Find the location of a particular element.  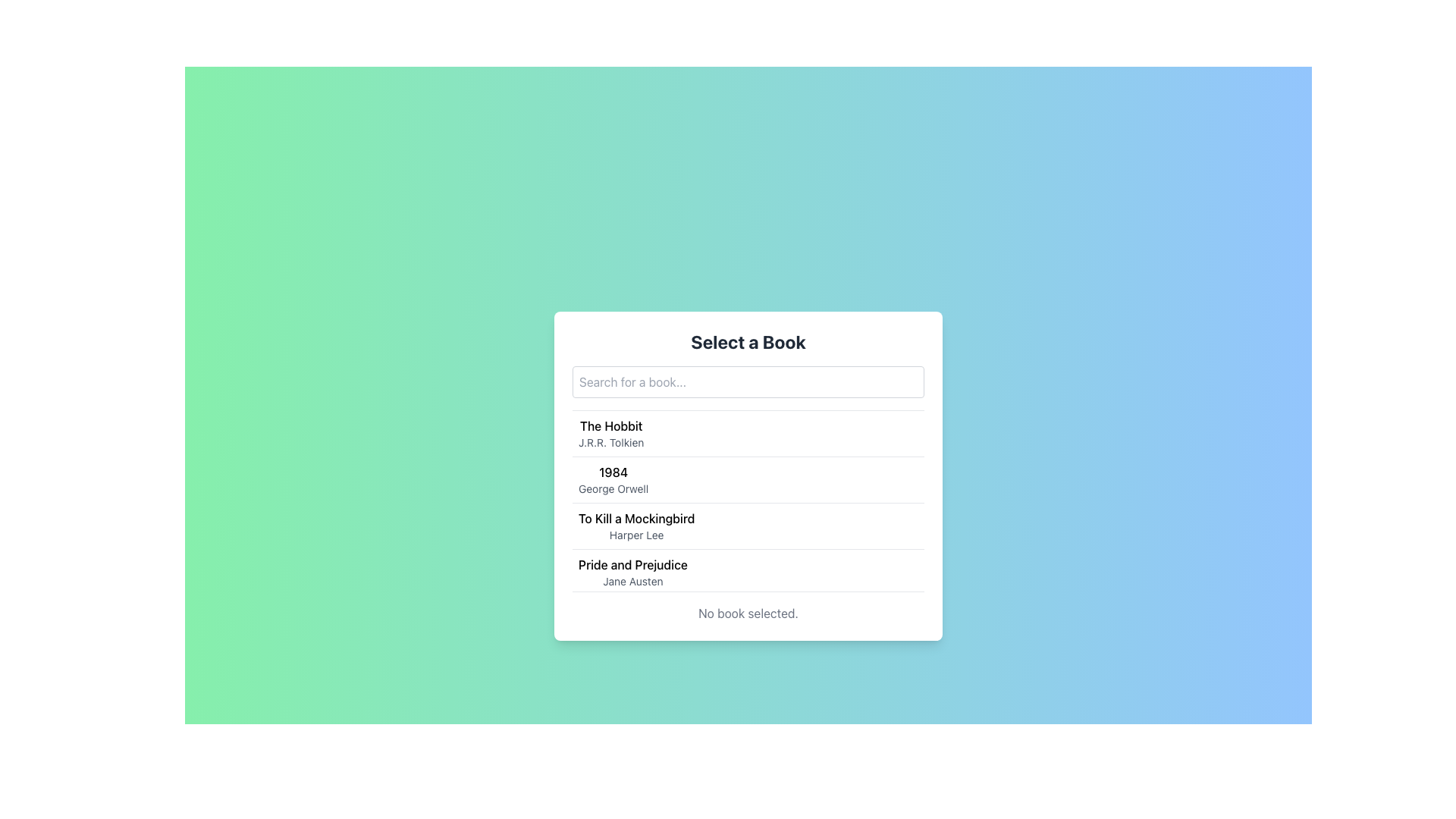

the third book item in the 'Select a Book' panel is located at coordinates (636, 526).